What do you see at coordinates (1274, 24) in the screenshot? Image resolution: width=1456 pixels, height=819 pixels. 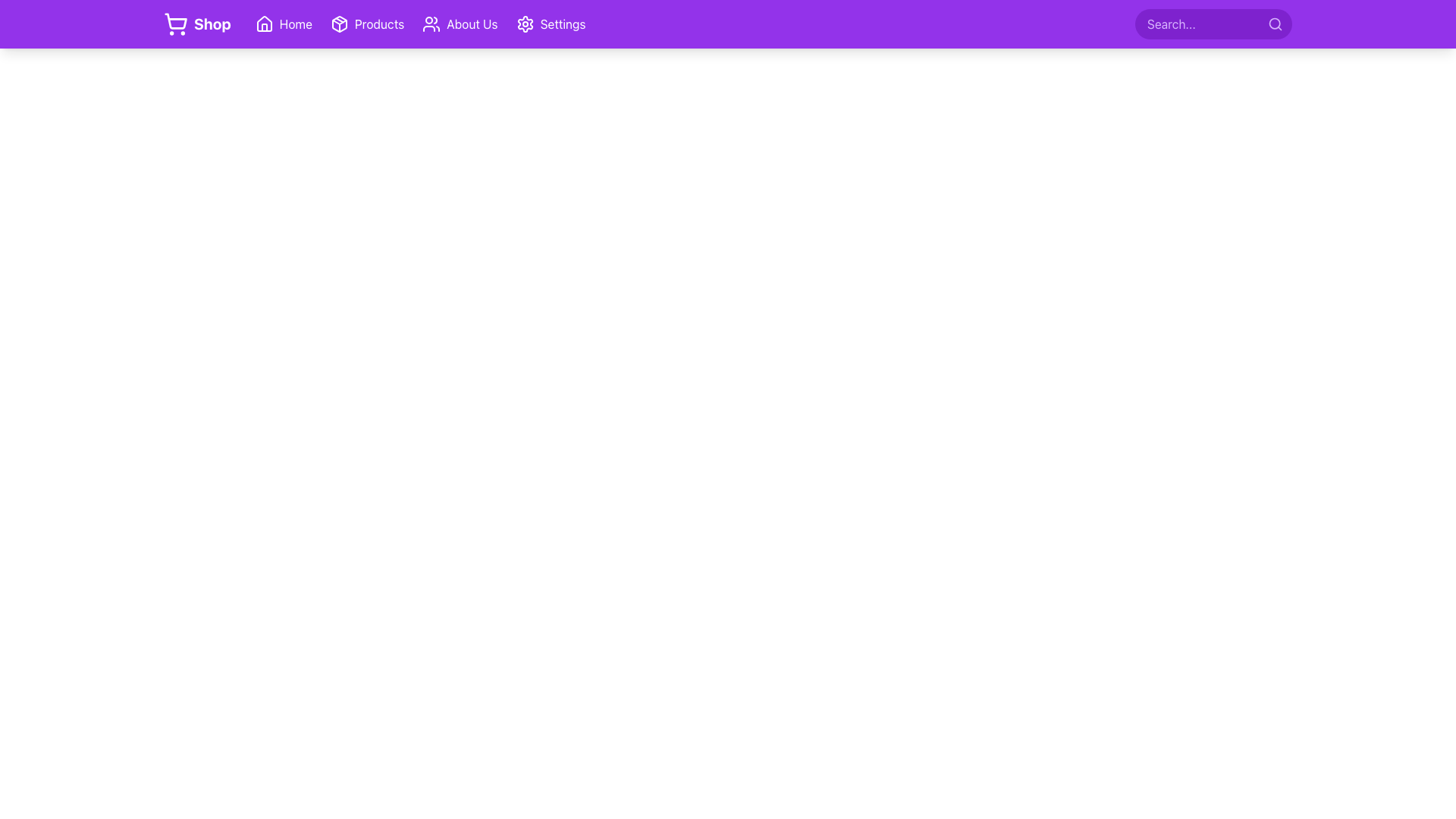 I see `the circular graphic component that represents the lens of the magnifying glass icon located on the right side adjacent to the search text box in the top-right corner of the interface` at bounding box center [1274, 24].